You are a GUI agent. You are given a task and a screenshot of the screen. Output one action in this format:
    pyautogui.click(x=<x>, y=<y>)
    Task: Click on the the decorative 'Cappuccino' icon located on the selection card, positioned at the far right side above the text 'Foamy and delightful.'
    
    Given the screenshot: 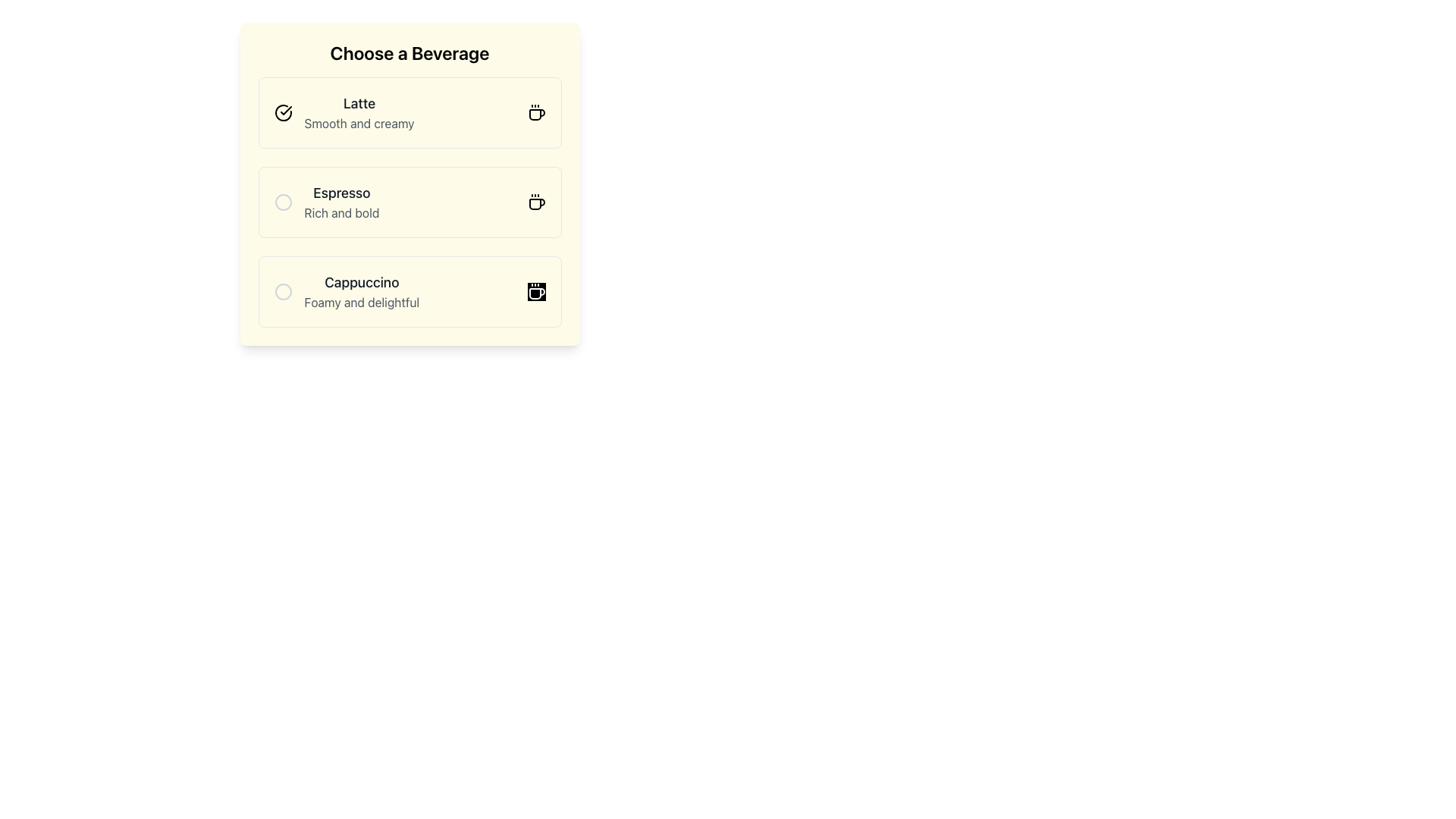 What is the action you would take?
    pyautogui.click(x=537, y=293)
    